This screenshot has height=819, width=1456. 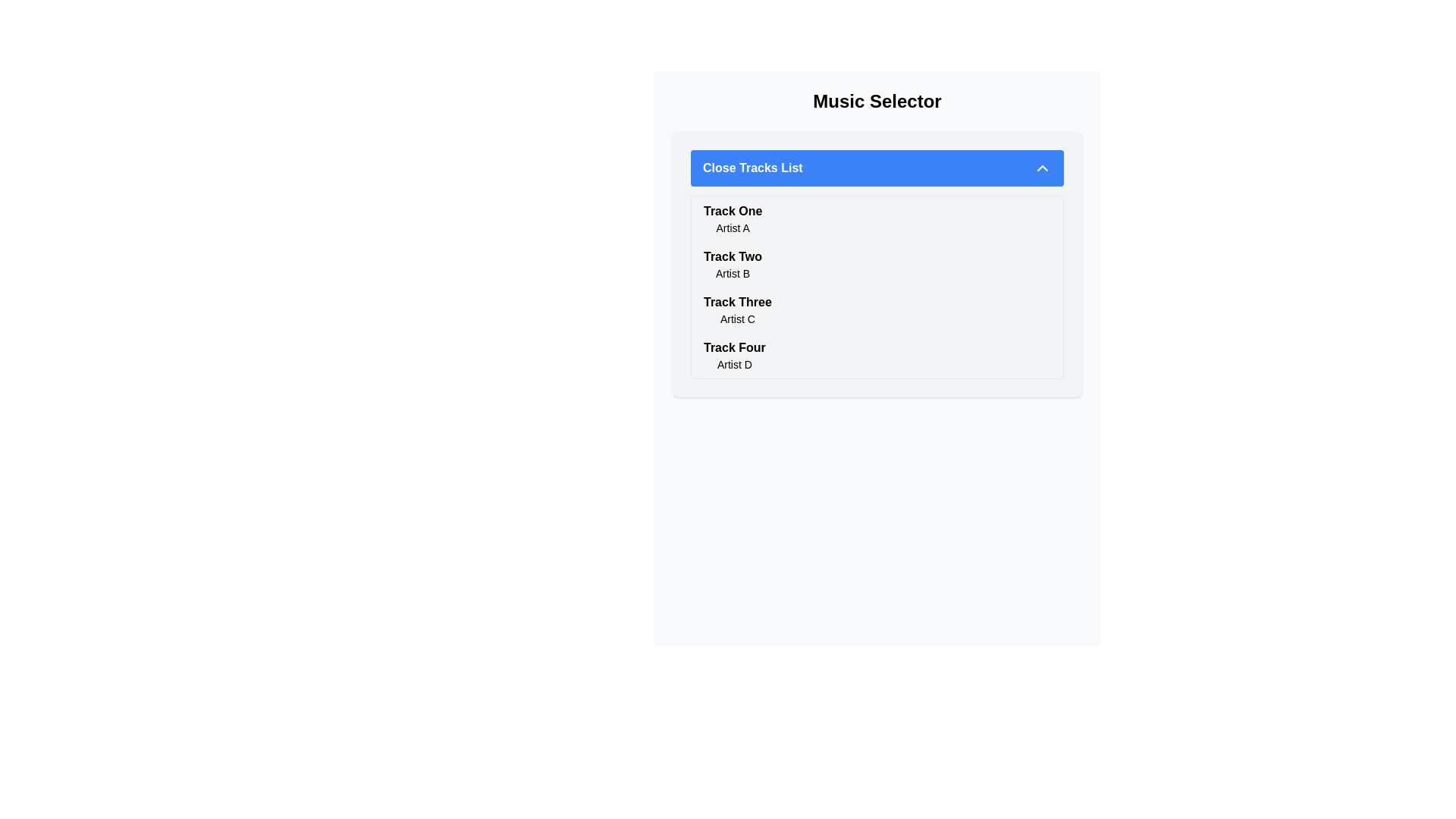 I want to click on the text label 'Artist B' which is displayed beneath the 'Track Two' title in the 'Music Selector' dropdown, so click(x=733, y=274).